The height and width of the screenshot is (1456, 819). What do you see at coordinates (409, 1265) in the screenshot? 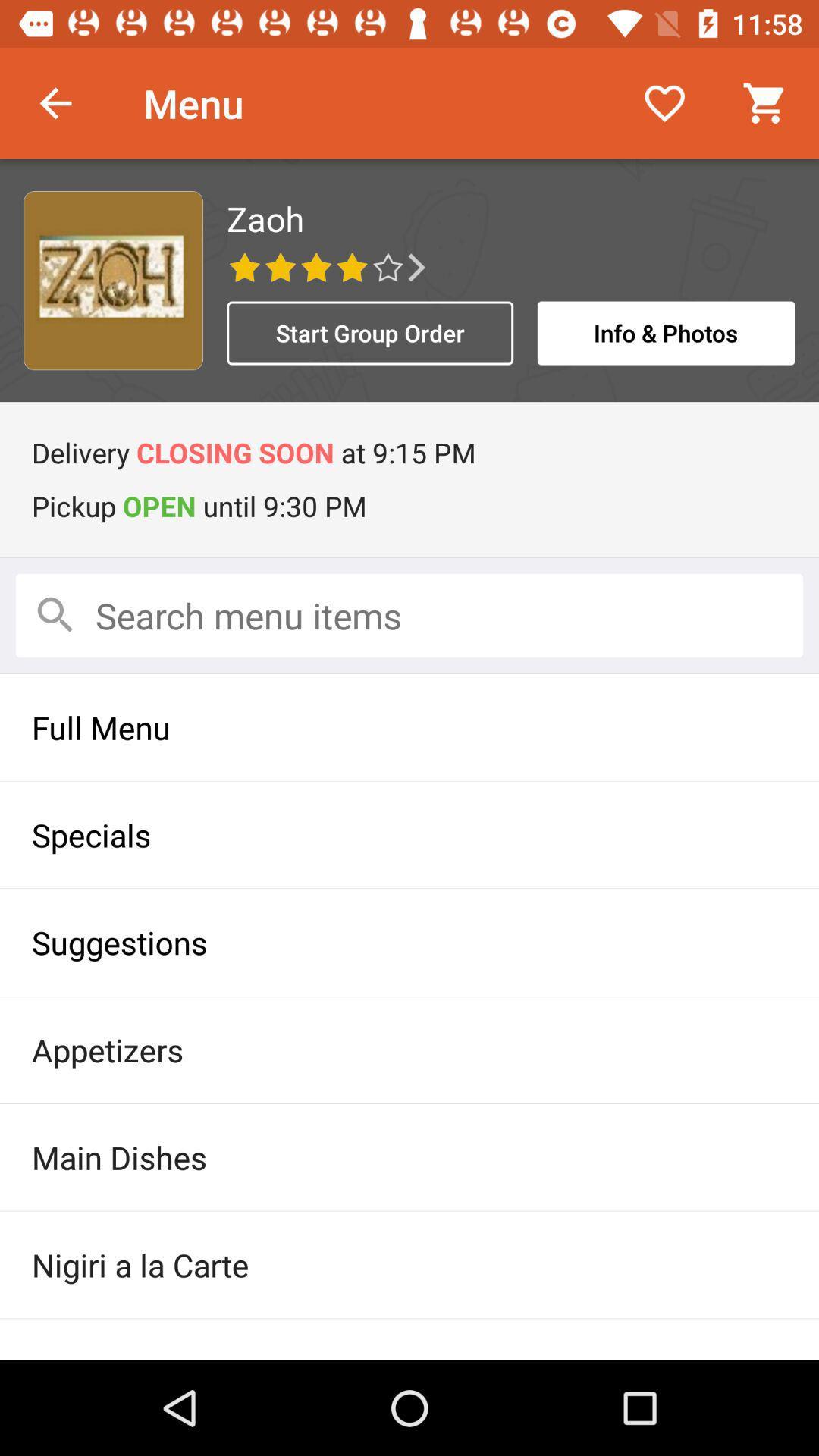
I see `nigiri a la item` at bounding box center [409, 1265].